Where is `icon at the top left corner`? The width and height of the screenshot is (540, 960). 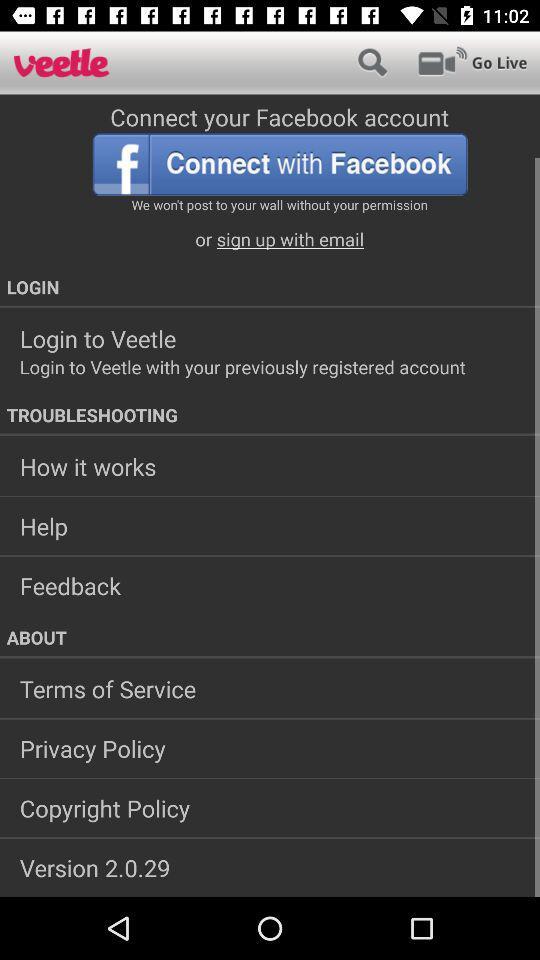
icon at the top left corner is located at coordinates (61, 62).